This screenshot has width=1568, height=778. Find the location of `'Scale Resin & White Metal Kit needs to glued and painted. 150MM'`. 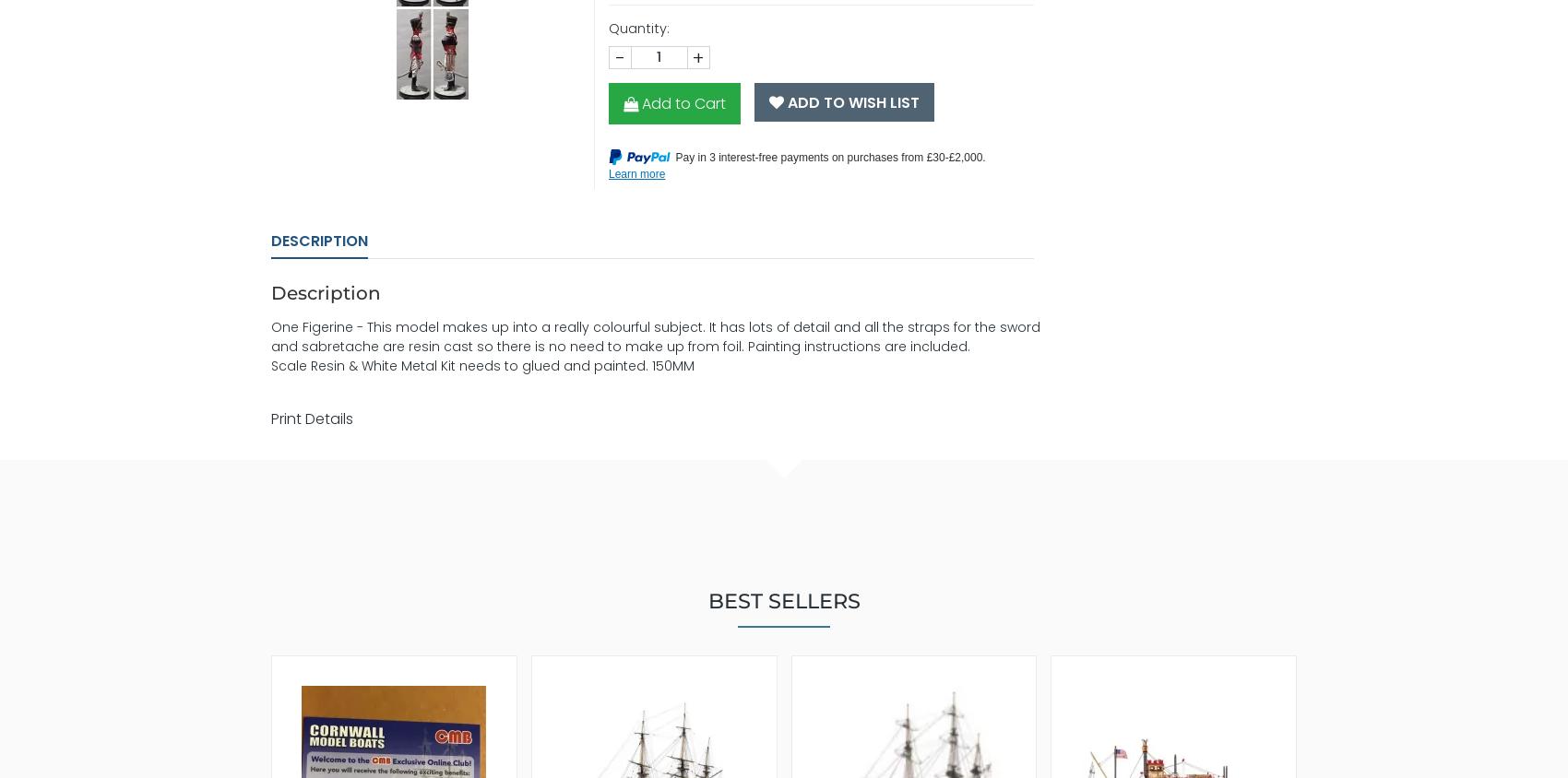

'Scale Resin & White Metal Kit needs to glued and painted. 150MM' is located at coordinates (482, 365).